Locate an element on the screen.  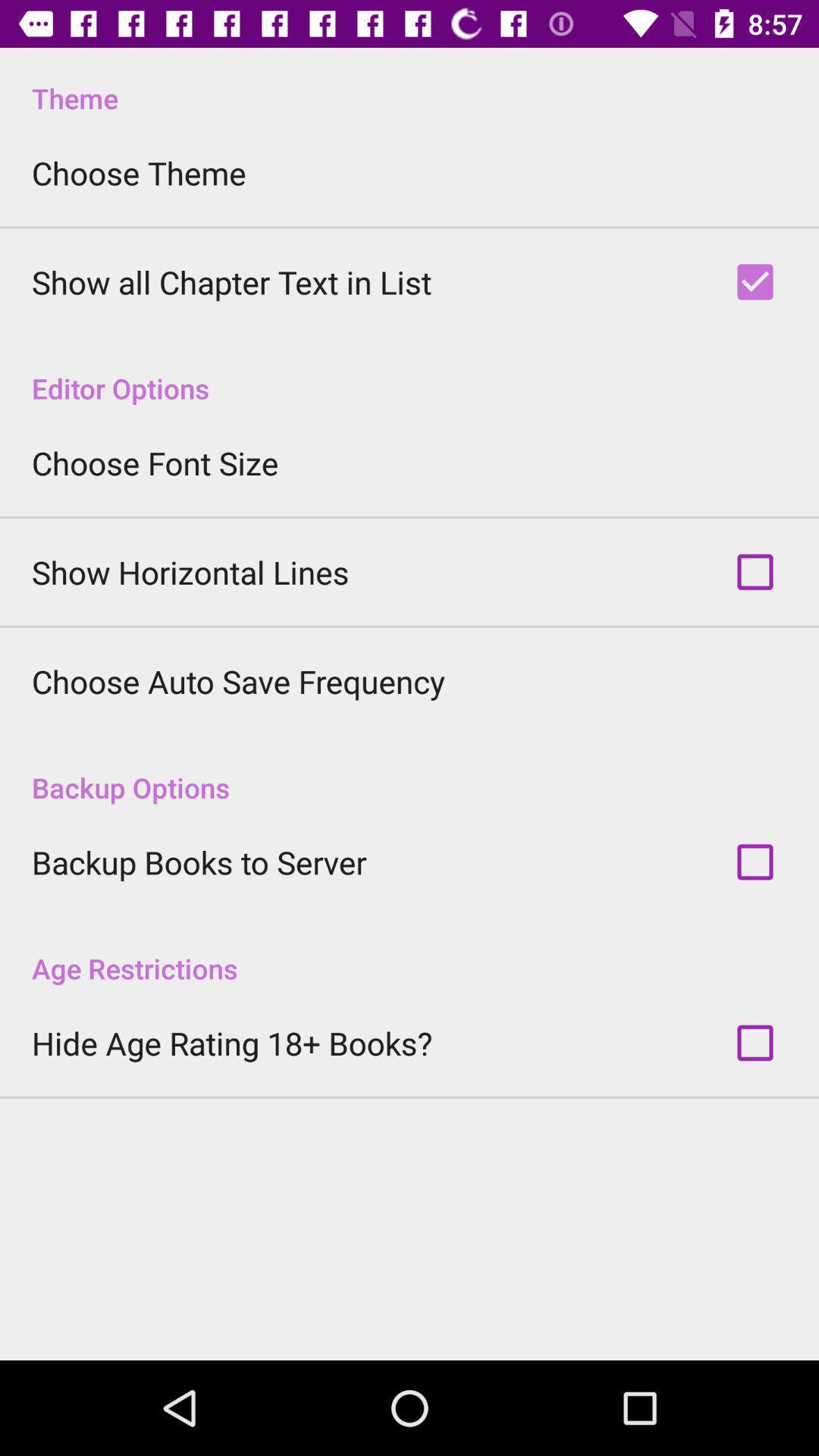
the choose theme app is located at coordinates (139, 173).